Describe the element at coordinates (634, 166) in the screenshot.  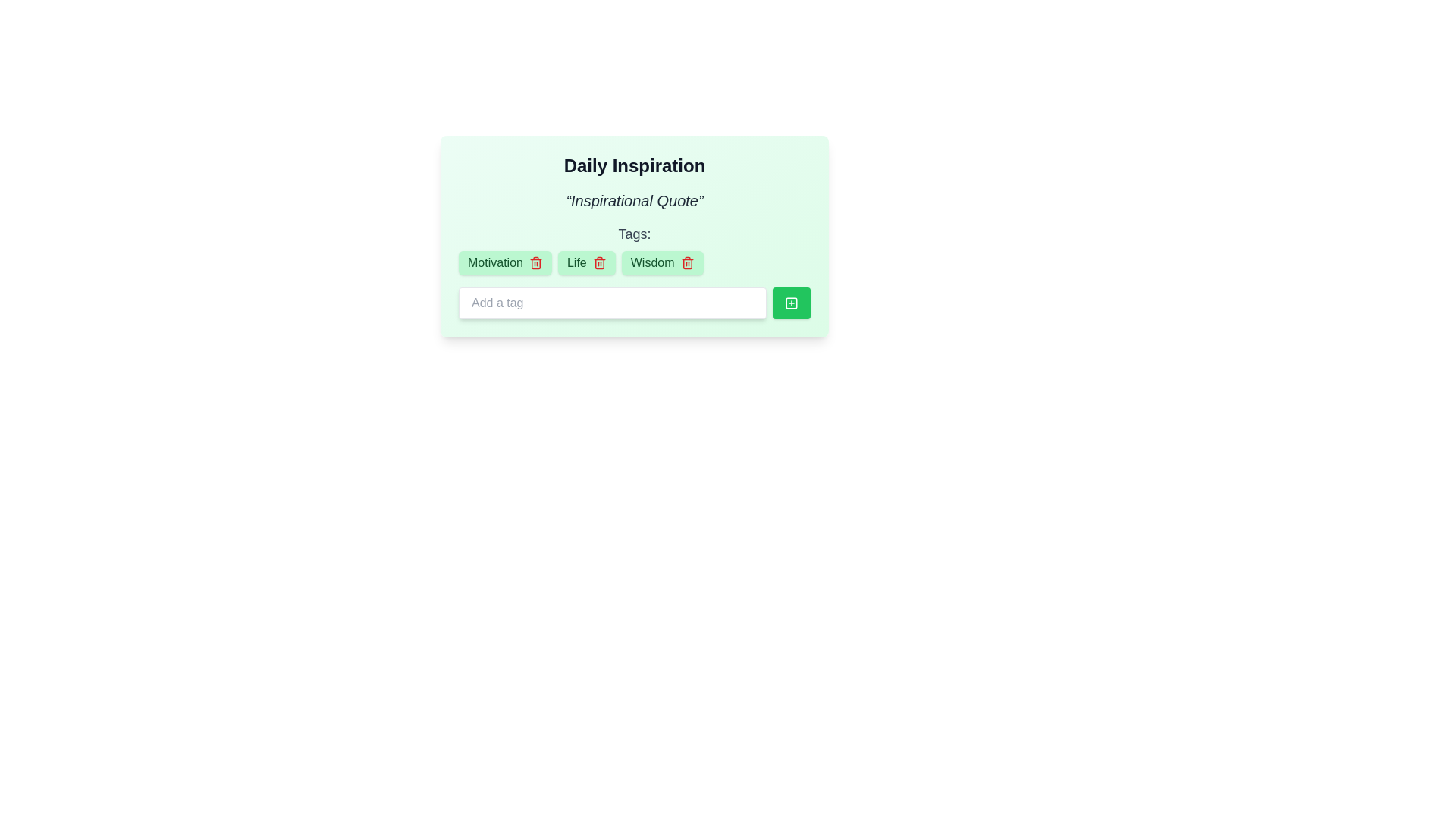
I see `'Daily Inspiration' text element located at the top of the card-like section with a light green background` at that location.